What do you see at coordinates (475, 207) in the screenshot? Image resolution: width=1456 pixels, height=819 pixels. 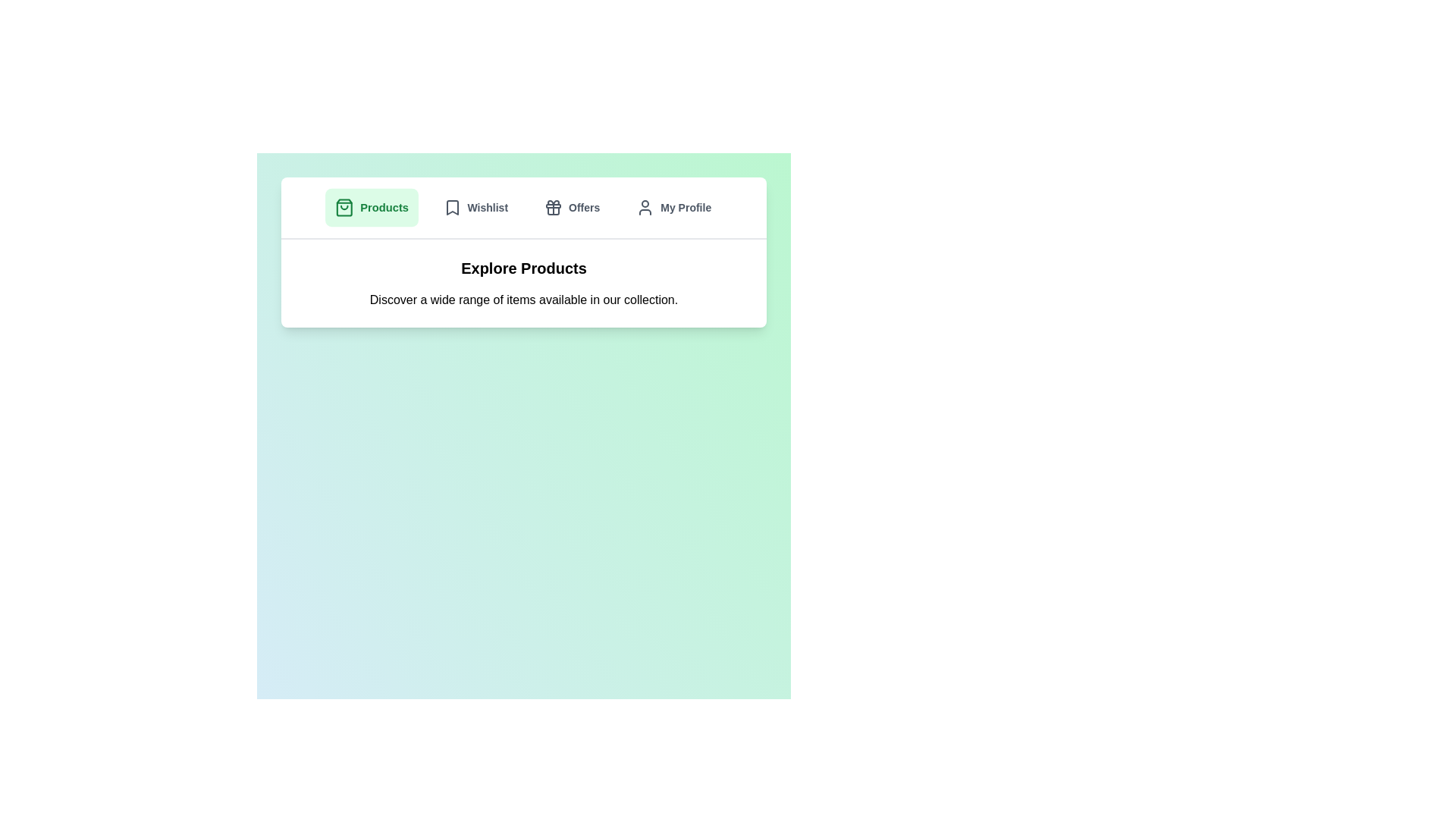 I see `the navigation button that redirects to the Wishlist section, positioned between the 'Products' and 'Offers' buttons, to observe the hover effect` at bounding box center [475, 207].